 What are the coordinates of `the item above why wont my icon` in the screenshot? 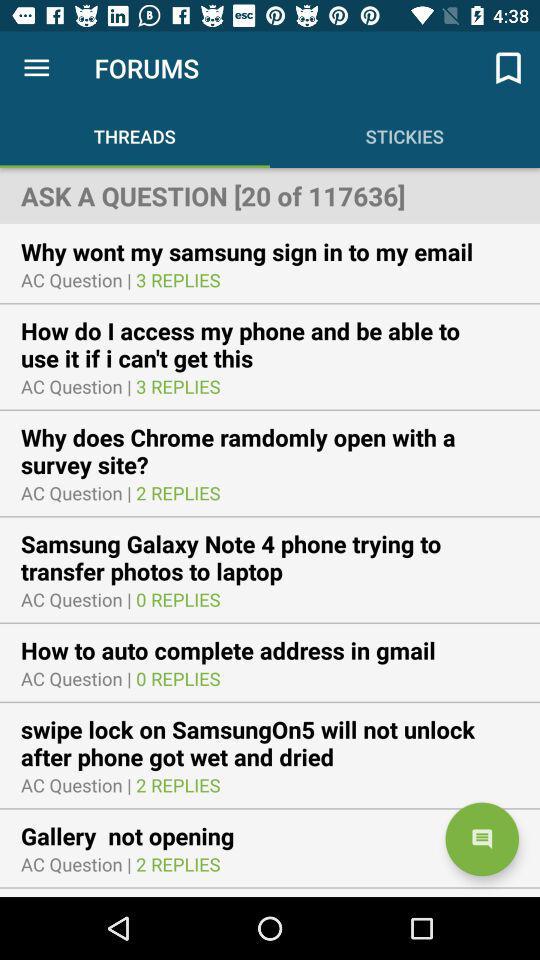 It's located at (270, 195).